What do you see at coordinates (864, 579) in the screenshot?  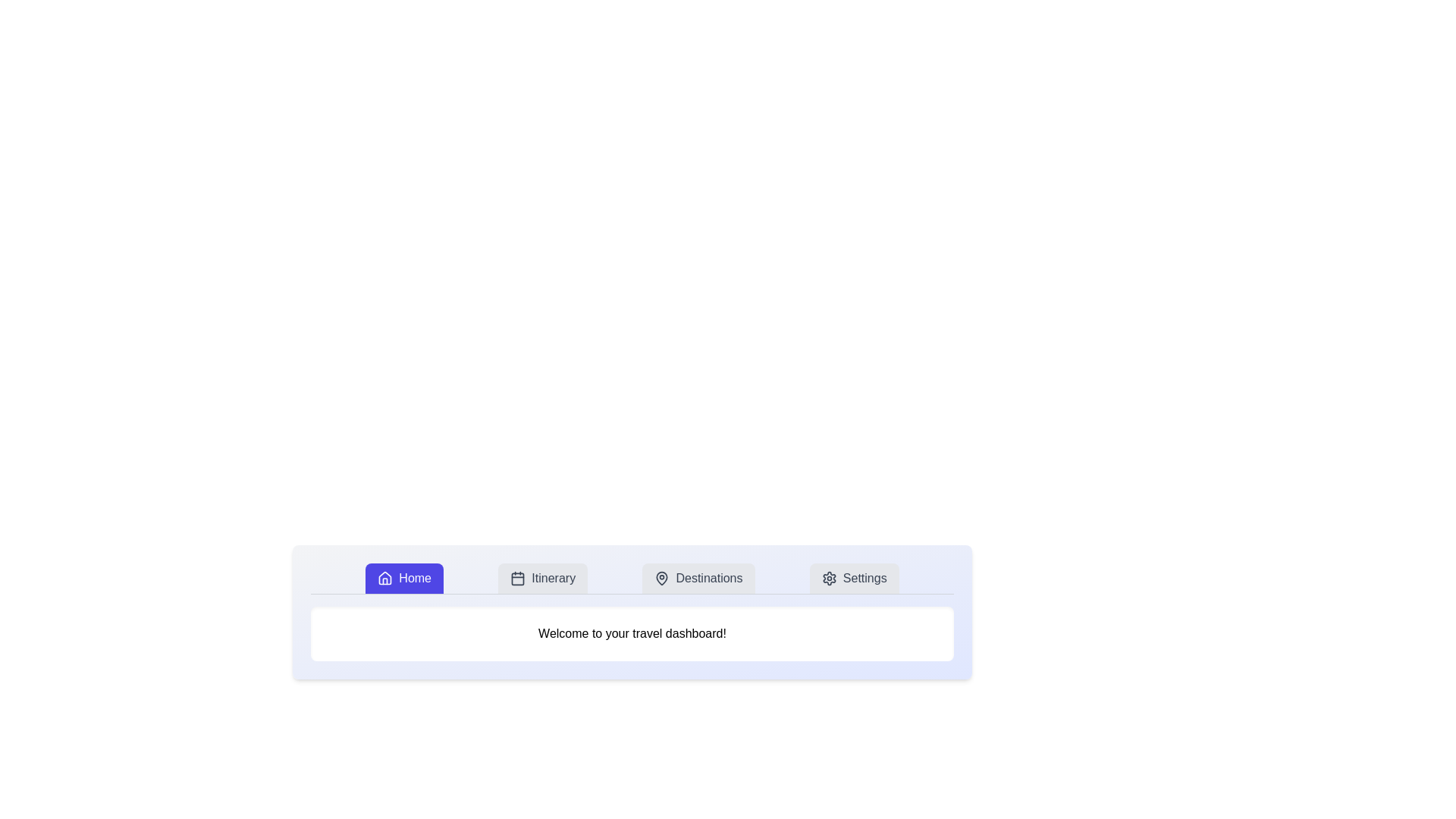 I see `the settings button located in the top-right corner of the navigation bar` at bounding box center [864, 579].